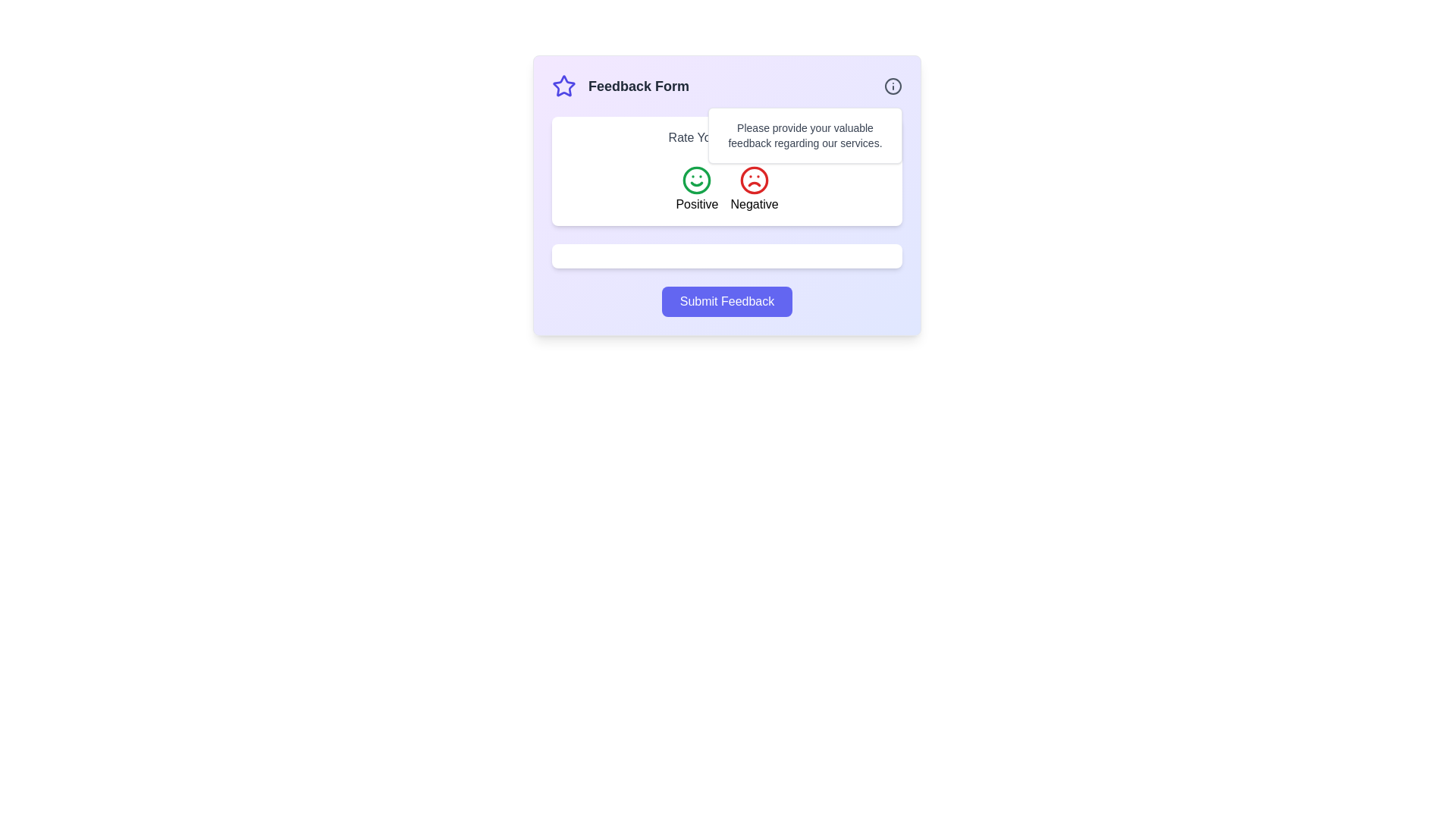 The width and height of the screenshot is (1456, 819). I want to click on the interactive rating component icons to select a rating by clicking on one of the two available options: 'Positive' or 'Negative', so click(726, 171).